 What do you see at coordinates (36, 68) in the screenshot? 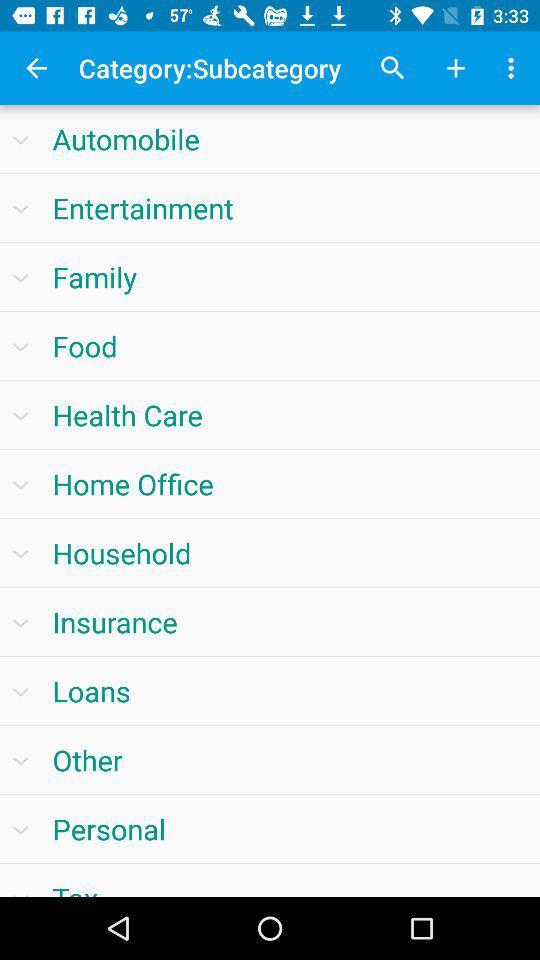
I see `the icon above automobile` at bounding box center [36, 68].